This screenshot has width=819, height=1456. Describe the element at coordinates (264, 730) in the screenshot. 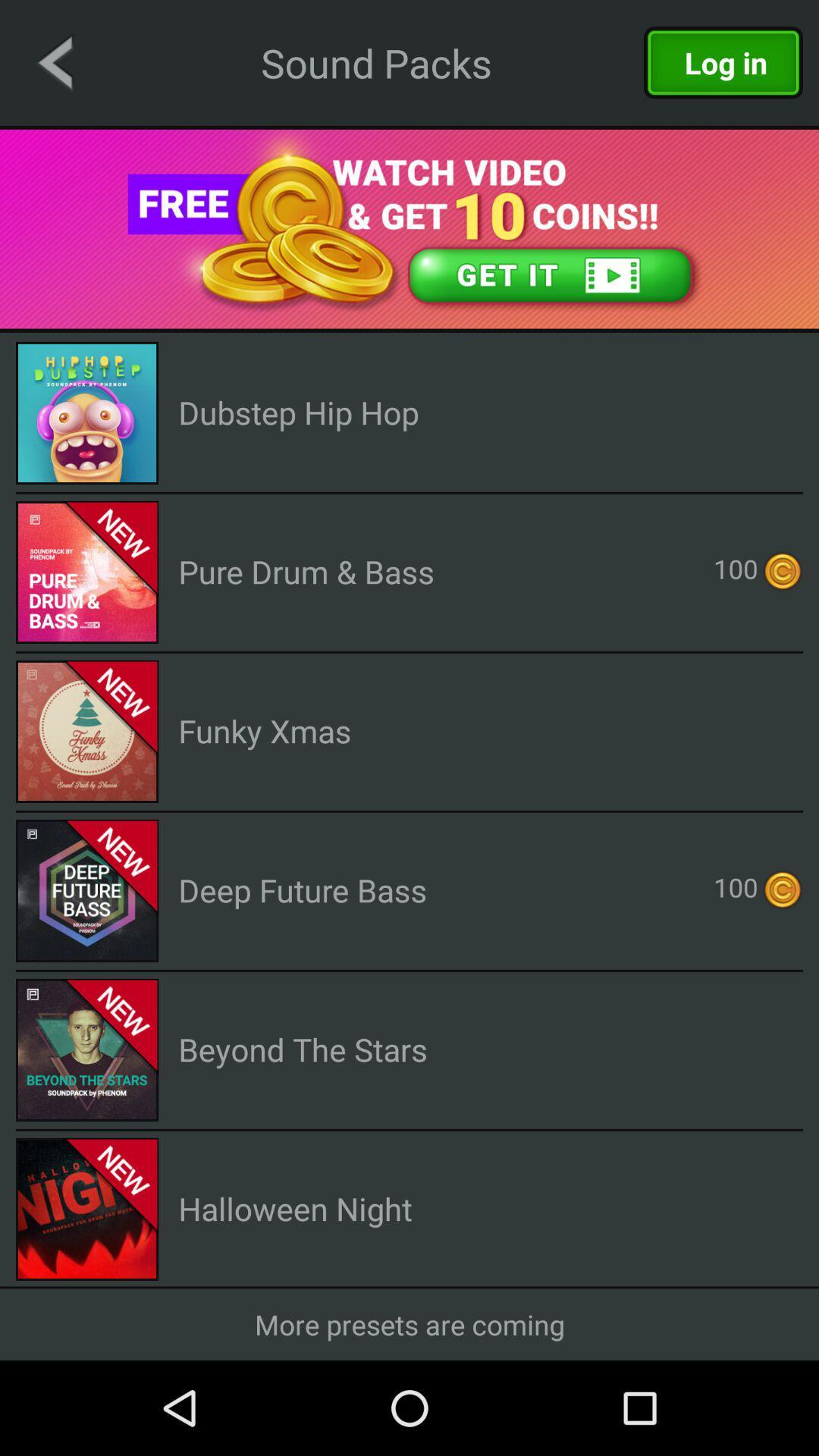

I see `the funky xmas` at that location.